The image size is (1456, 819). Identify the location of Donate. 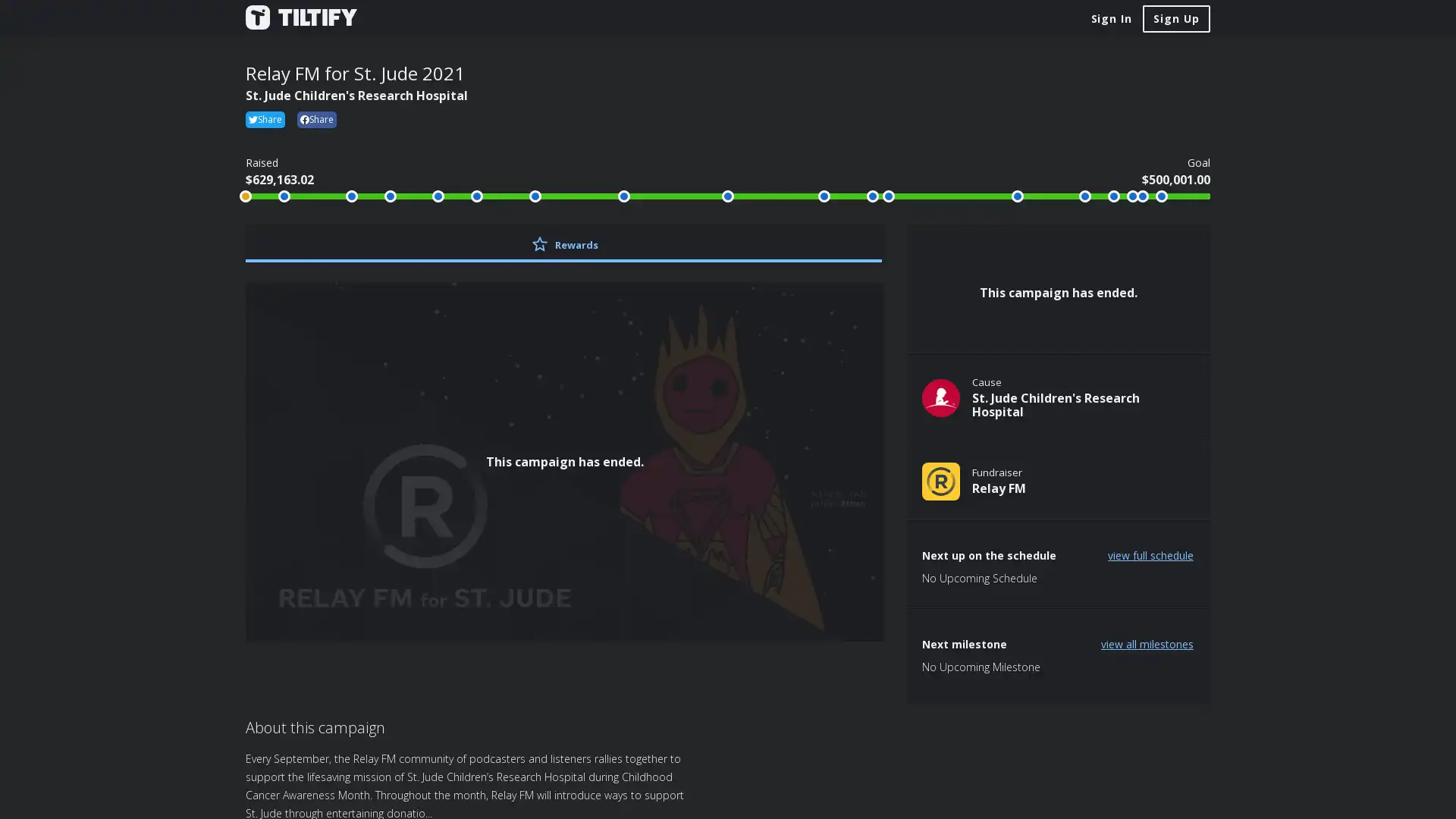
(1058, 253).